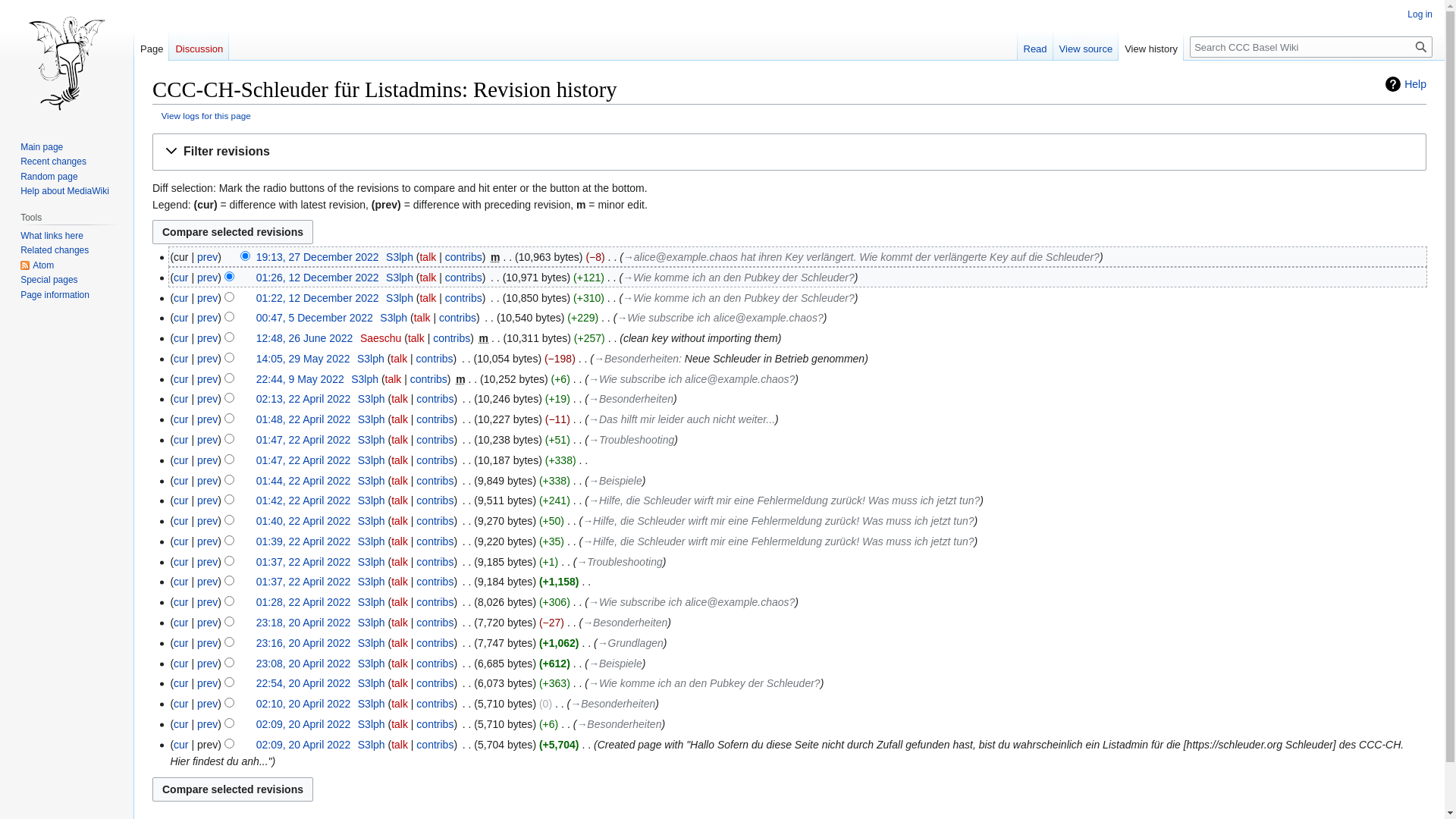 This screenshot has width=1456, height=819. What do you see at coordinates (232, 231) in the screenshot?
I see `'Compare selected revisions'` at bounding box center [232, 231].